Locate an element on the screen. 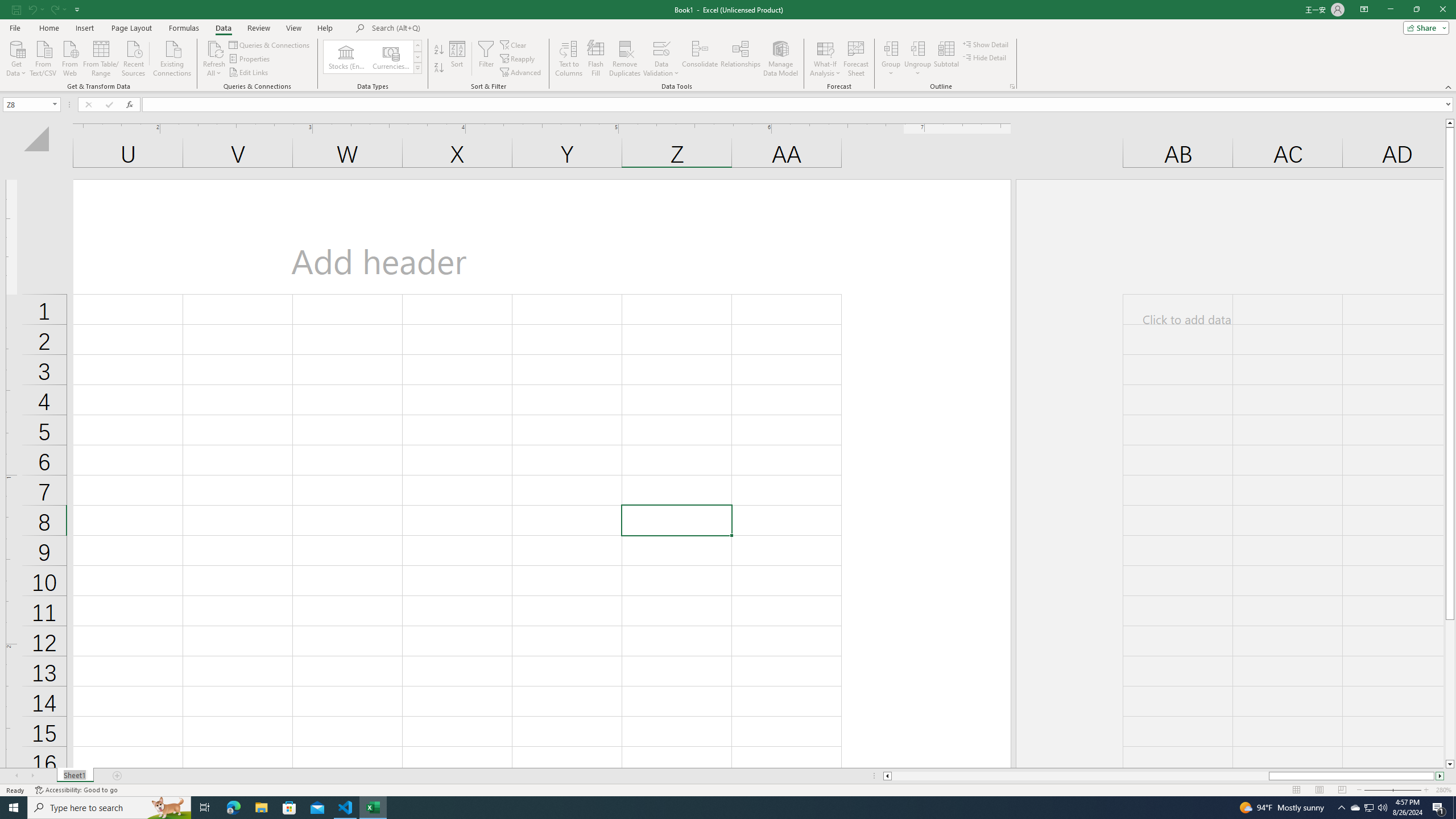 The height and width of the screenshot is (819, 1456). 'Show Detail' is located at coordinates (986, 44).